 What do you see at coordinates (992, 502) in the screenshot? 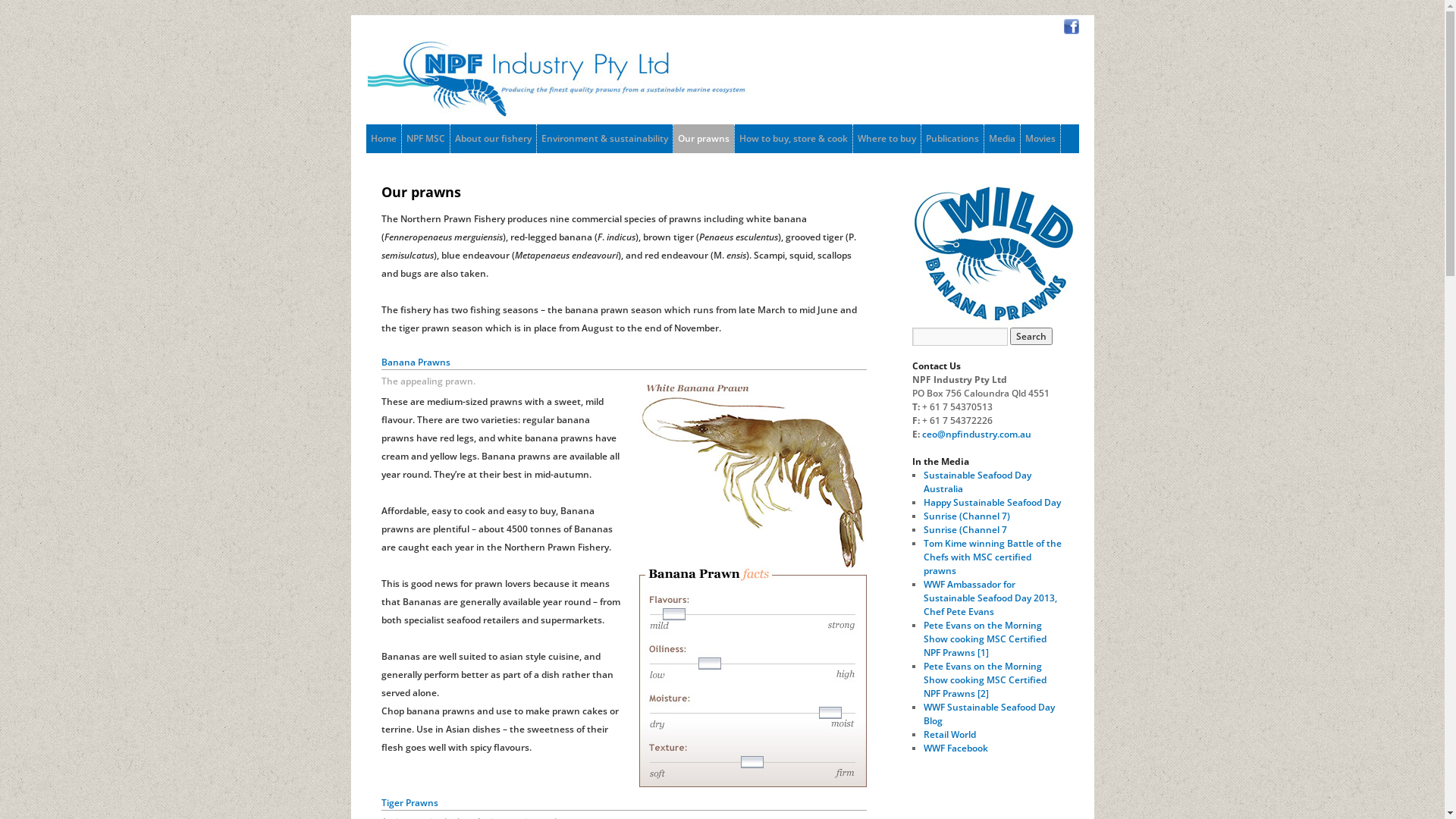
I see `'Happy Sustainable Seafood Day'` at bounding box center [992, 502].